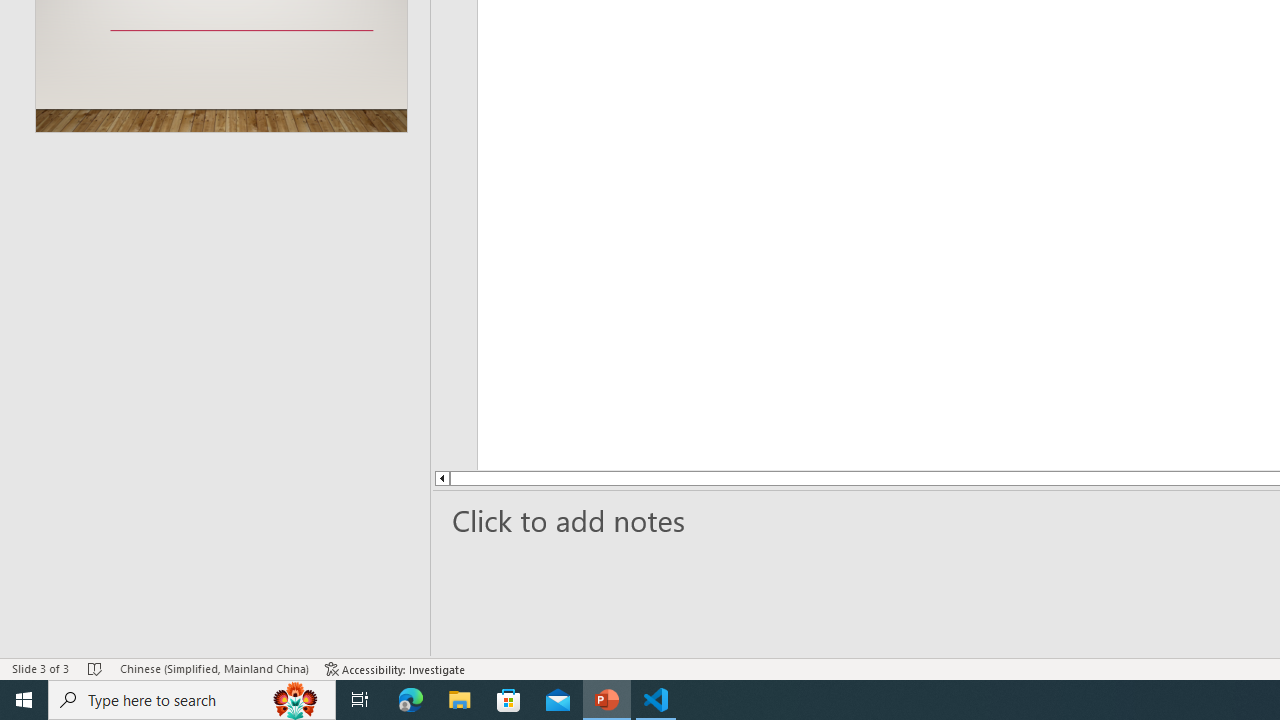 The height and width of the screenshot is (720, 1280). What do you see at coordinates (382, 478) in the screenshot?
I see `'Line up'` at bounding box center [382, 478].